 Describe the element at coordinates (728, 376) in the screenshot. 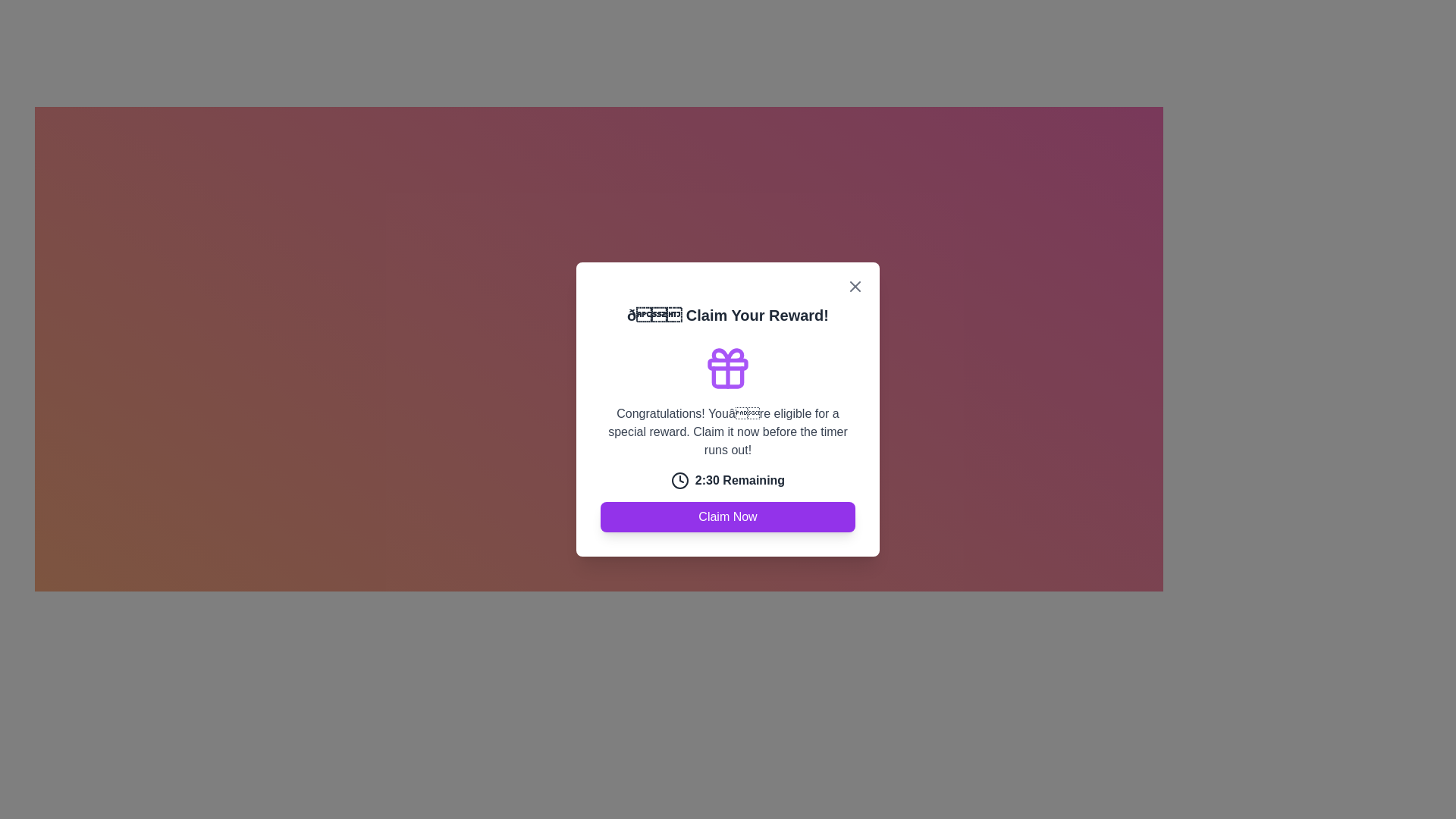

I see `the Decorative Icon which is a purple gift box icon located at the center of the dialog box, directly below the header 'Claim Your Reward!' and above the descriptive text` at that location.